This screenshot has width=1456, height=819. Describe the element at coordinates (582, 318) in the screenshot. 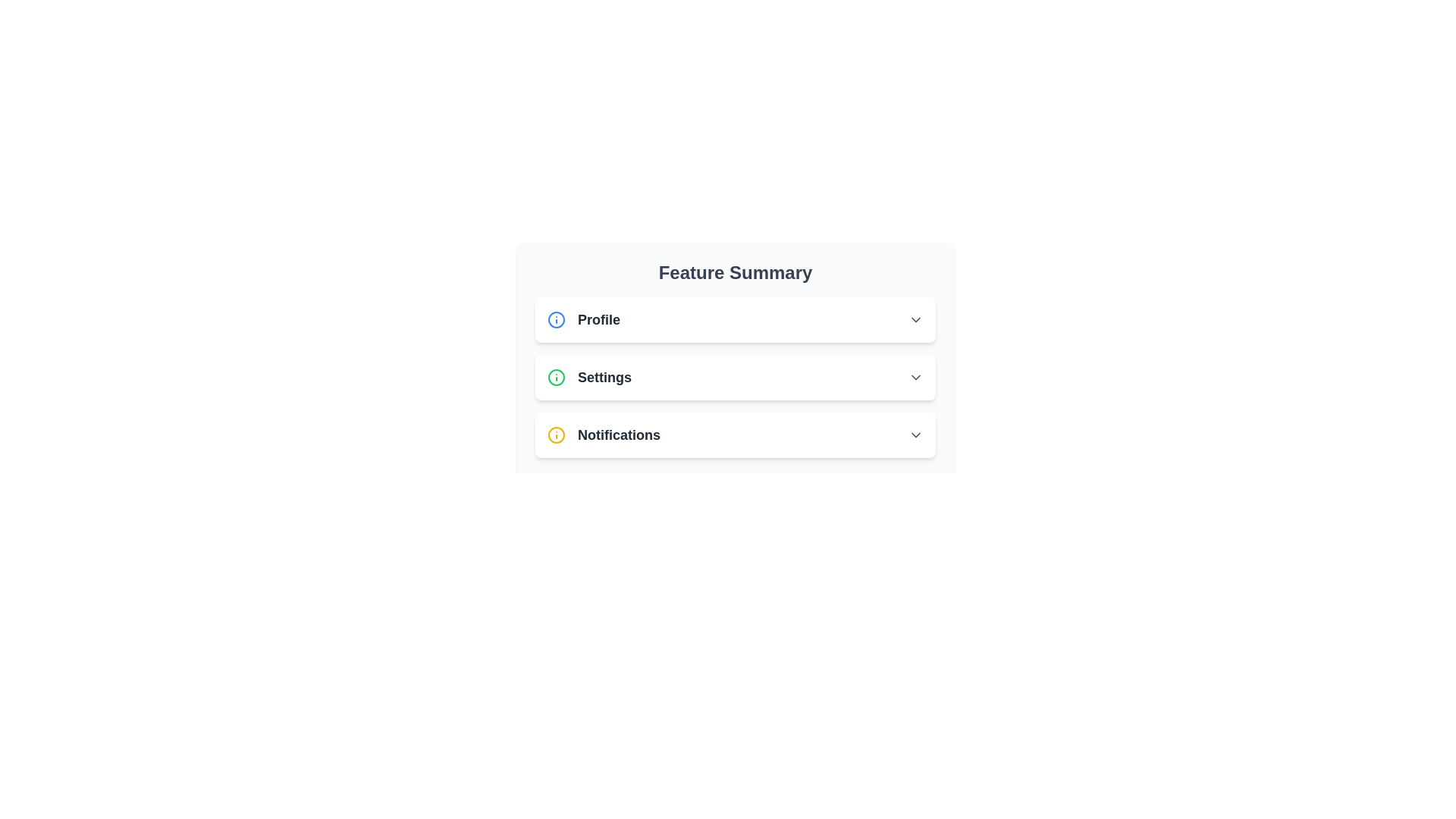

I see `the 'Profile' text label with adjacent icon in the 'Feature Summary' section` at that location.